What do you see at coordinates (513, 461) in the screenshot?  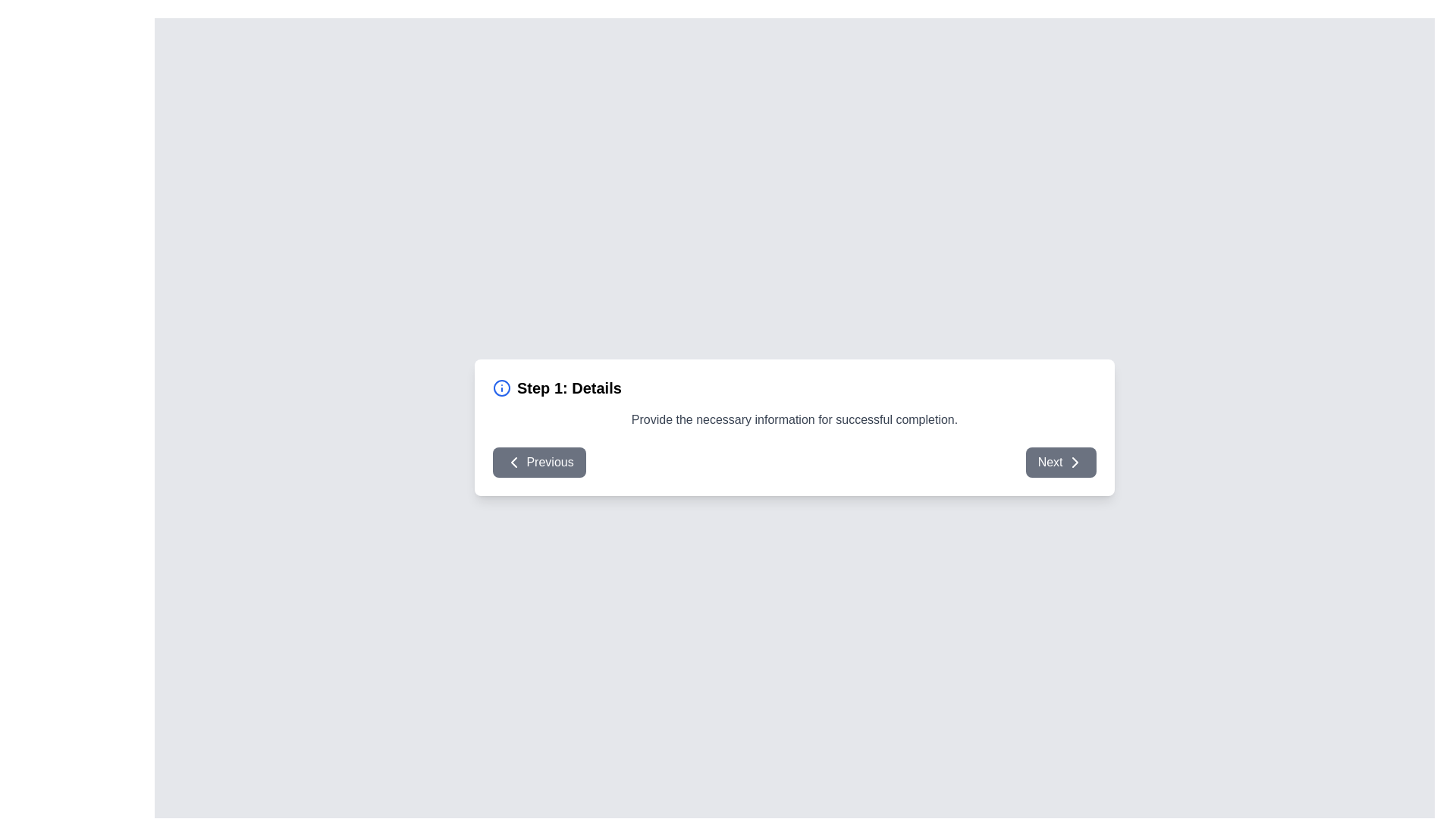 I see `the chevron icon within the 'Previous' button, which indicates a navigational action to move to the previous step or page` at bounding box center [513, 461].